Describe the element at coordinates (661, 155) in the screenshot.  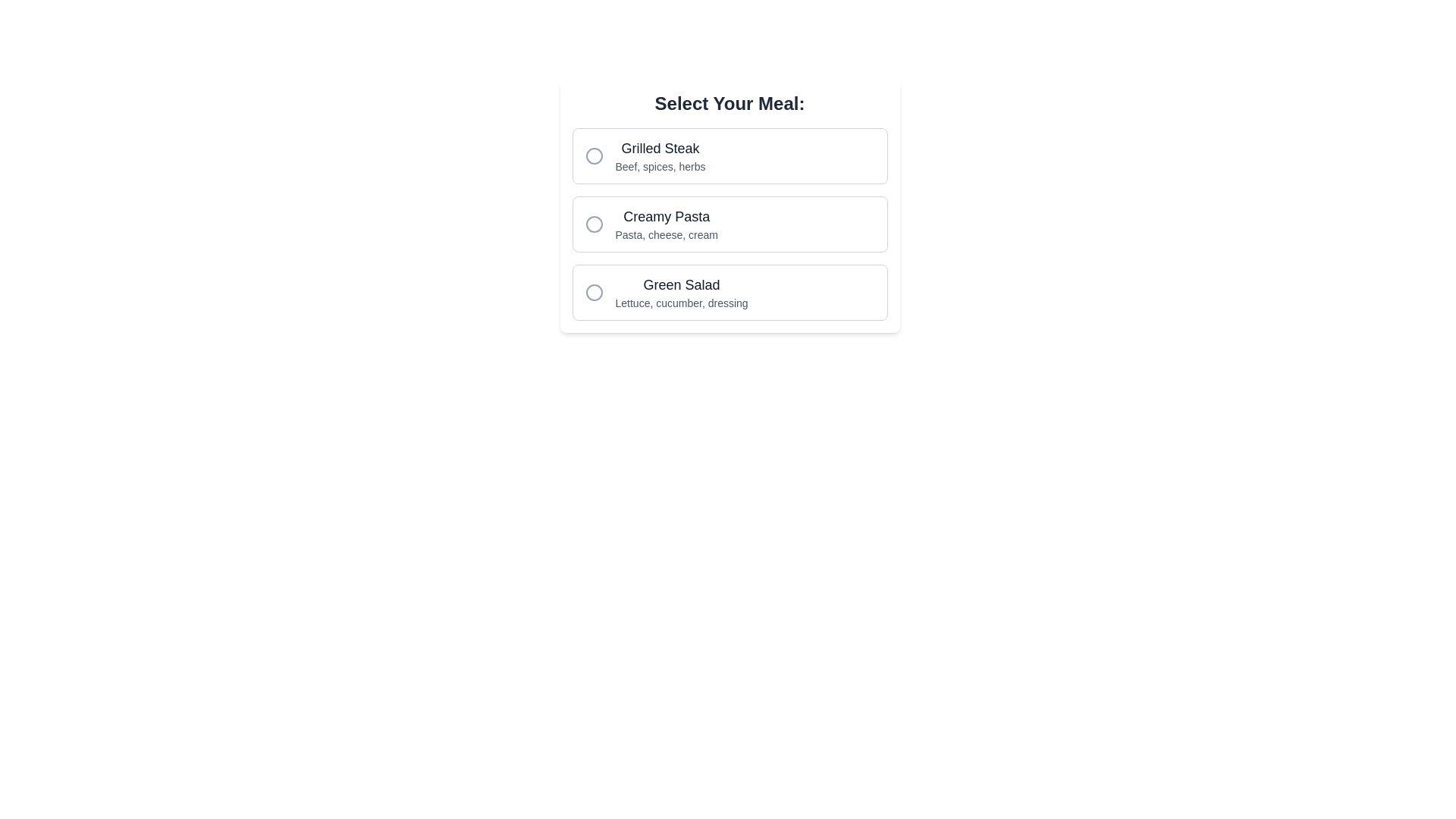
I see `the 'Grilled Steak' text description component, which displays two lines of text: 'Grilled Steak' in bold and 'Beef, spices, herbs' in smaller font, positioned within a selectable list of meal options as the first item` at that location.